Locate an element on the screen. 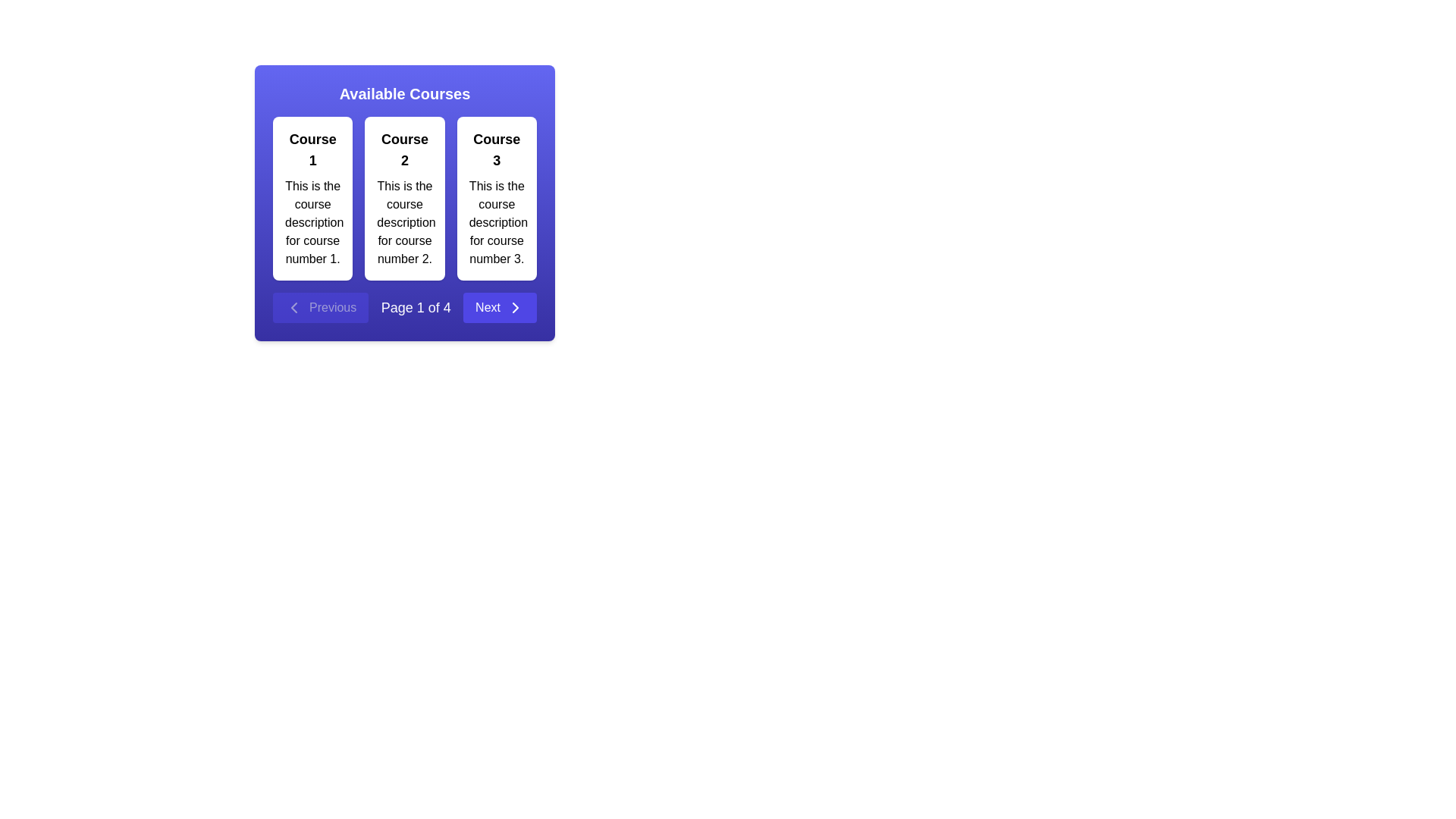 The height and width of the screenshot is (819, 1456). the 'Next' button is located at coordinates (516, 307).